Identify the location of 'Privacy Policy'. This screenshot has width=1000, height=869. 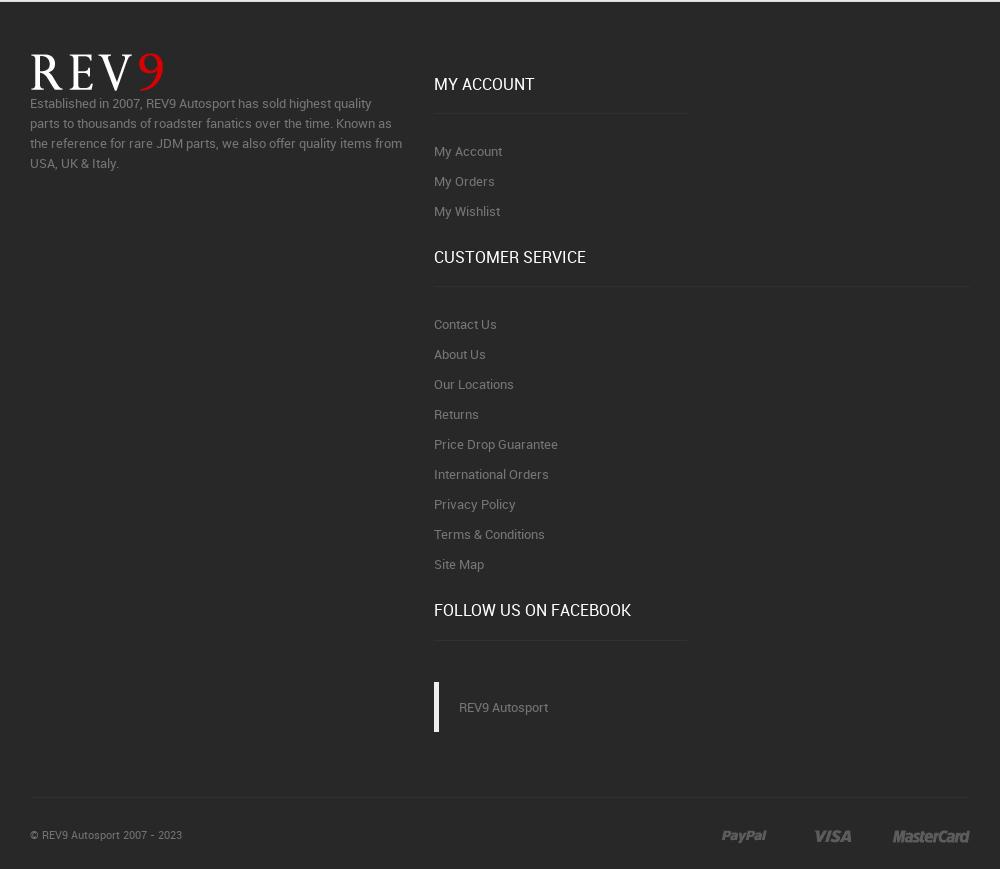
(474, 502).